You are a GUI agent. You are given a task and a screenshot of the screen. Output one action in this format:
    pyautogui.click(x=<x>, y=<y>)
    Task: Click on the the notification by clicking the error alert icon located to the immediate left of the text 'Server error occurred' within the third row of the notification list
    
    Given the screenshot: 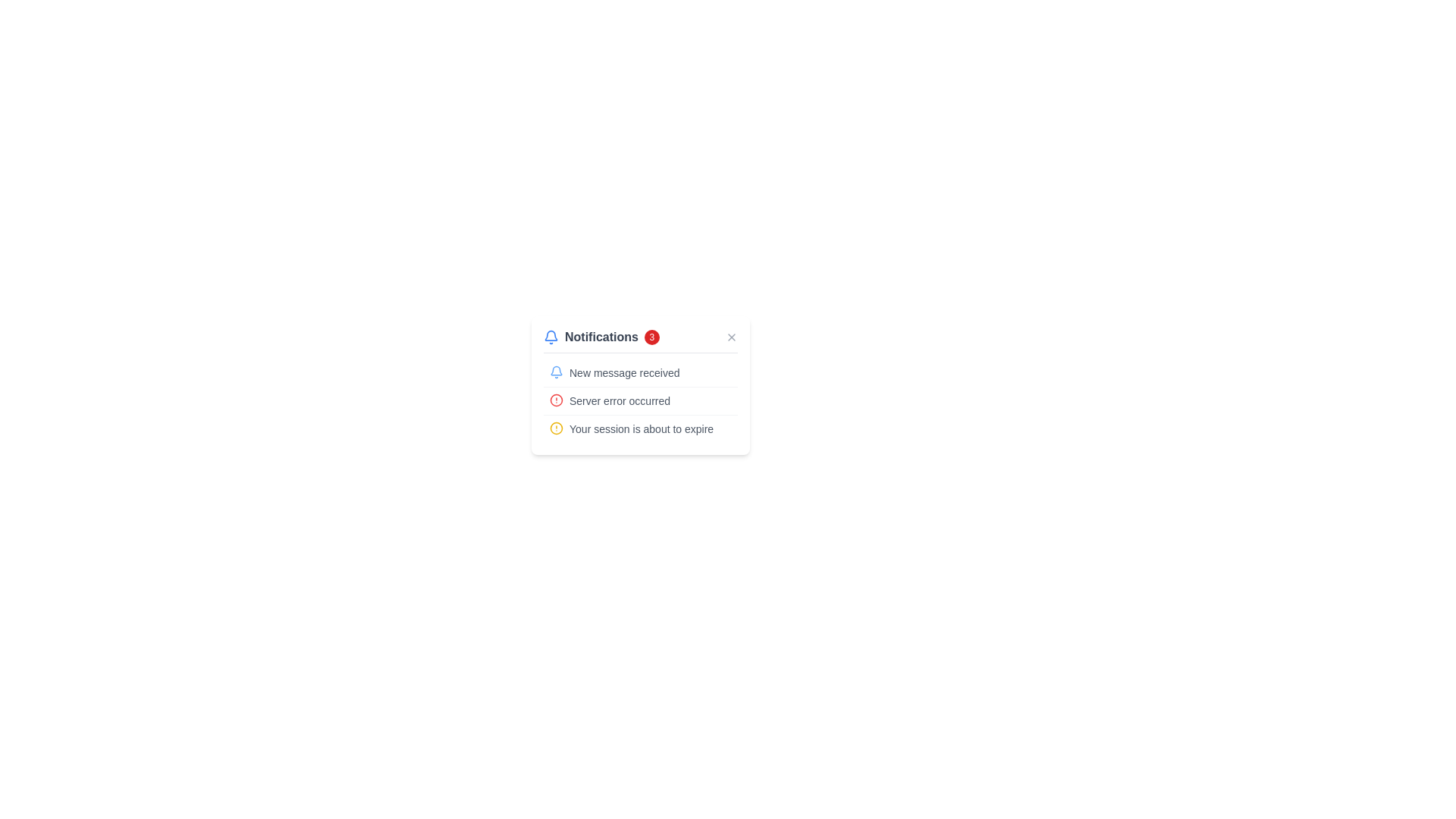 What is the action you would take?
    pyautogui.click(x=556, y=400)
    